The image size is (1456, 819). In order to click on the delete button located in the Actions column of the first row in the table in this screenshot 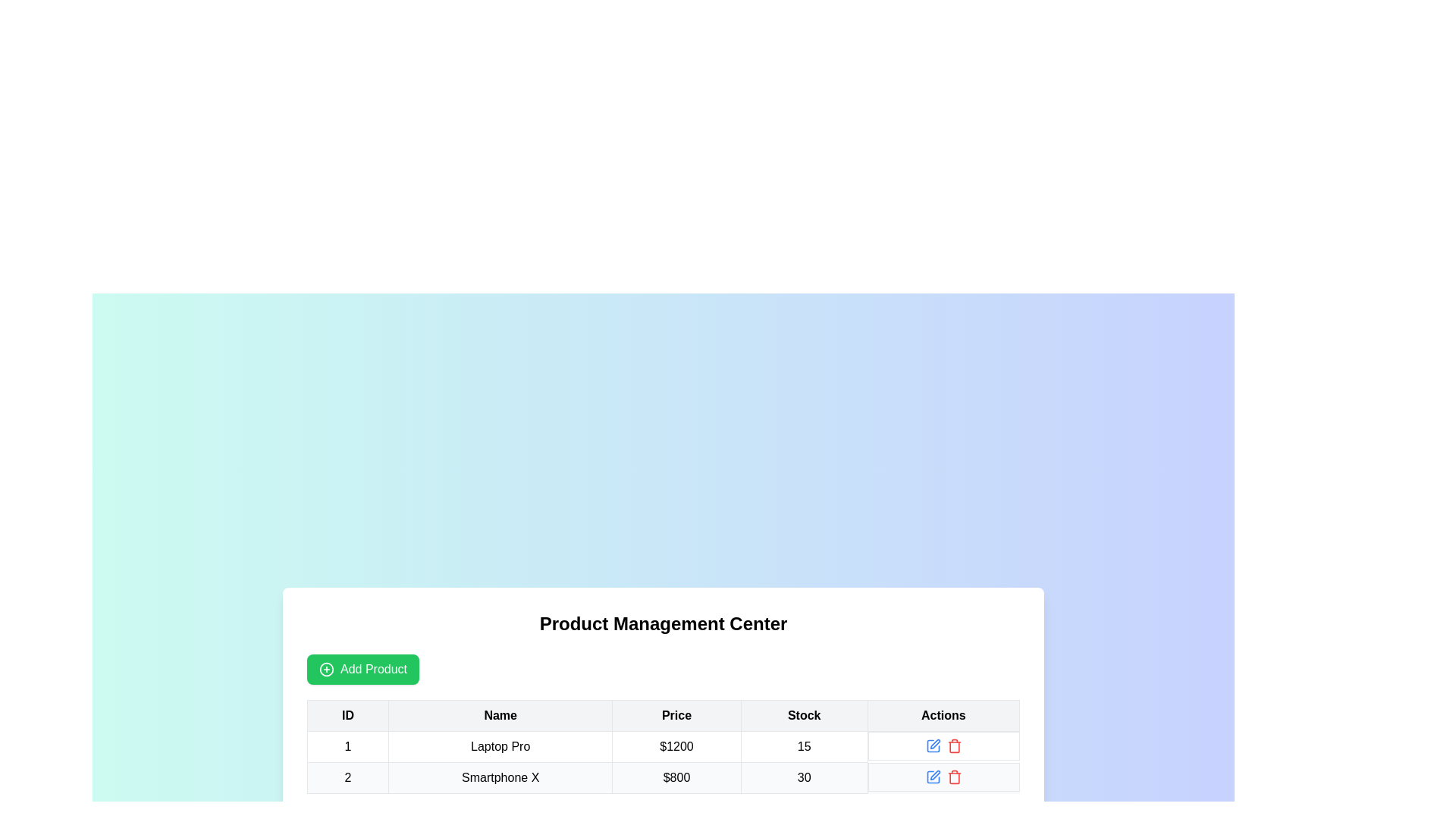, I will do `click(952, 745)`.